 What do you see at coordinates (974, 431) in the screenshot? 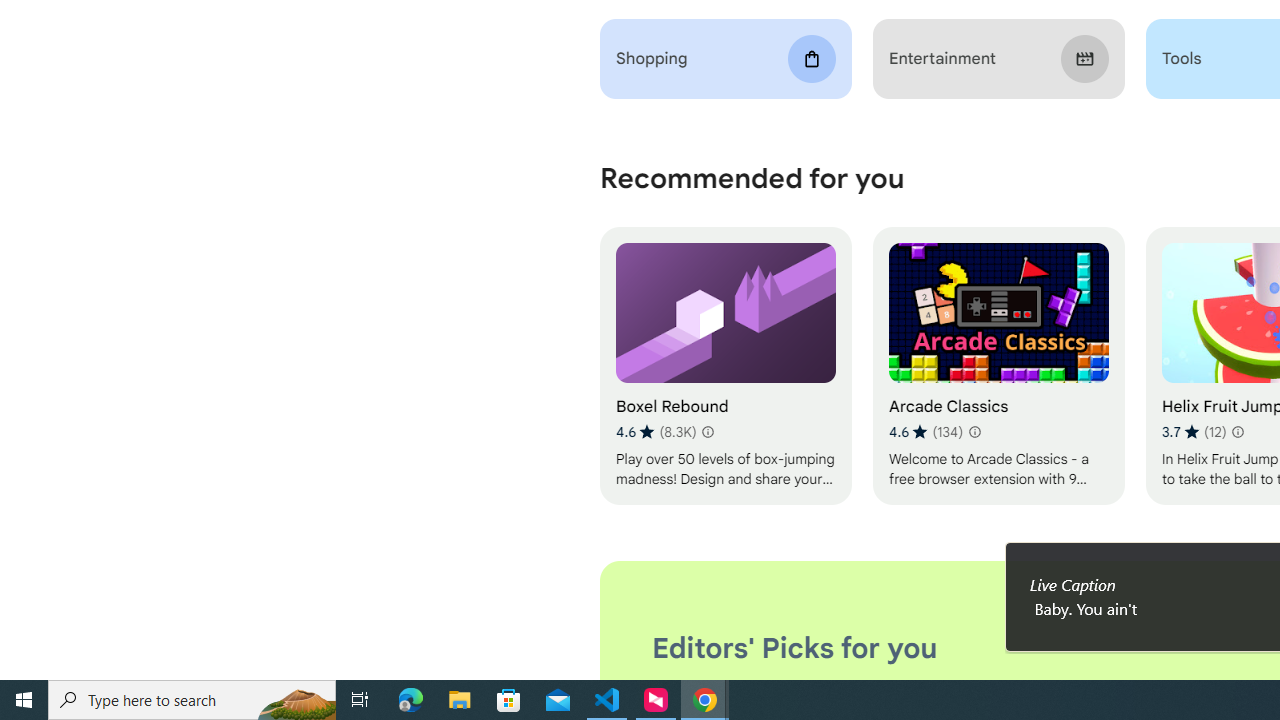
I see `'Learn more about results and reviews "Arcade Classics"'` at bounding box center [974, 431].